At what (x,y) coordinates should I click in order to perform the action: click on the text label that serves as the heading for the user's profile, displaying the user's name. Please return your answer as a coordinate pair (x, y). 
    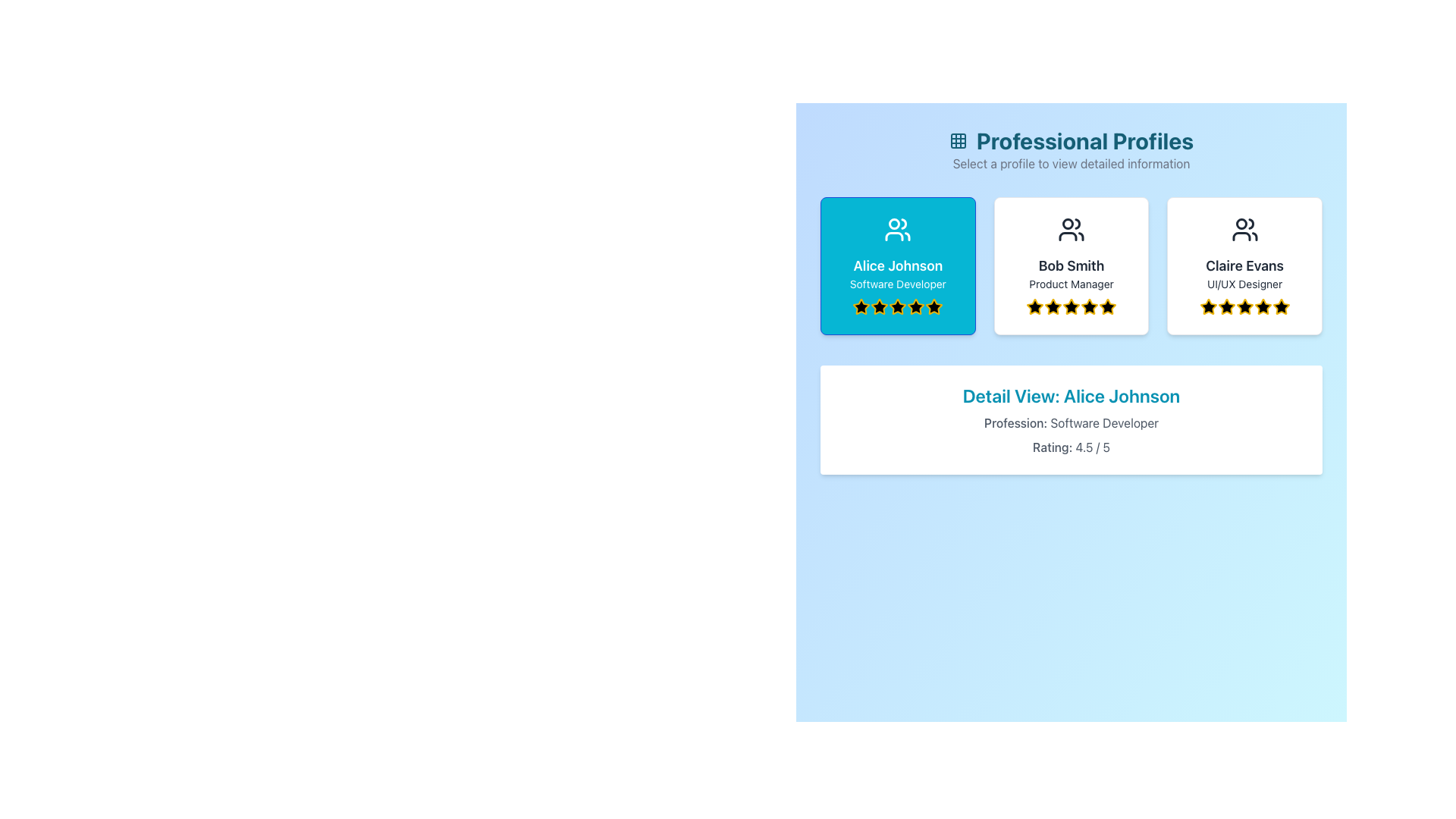
    Looking at the image, I should click on (1070, 394).